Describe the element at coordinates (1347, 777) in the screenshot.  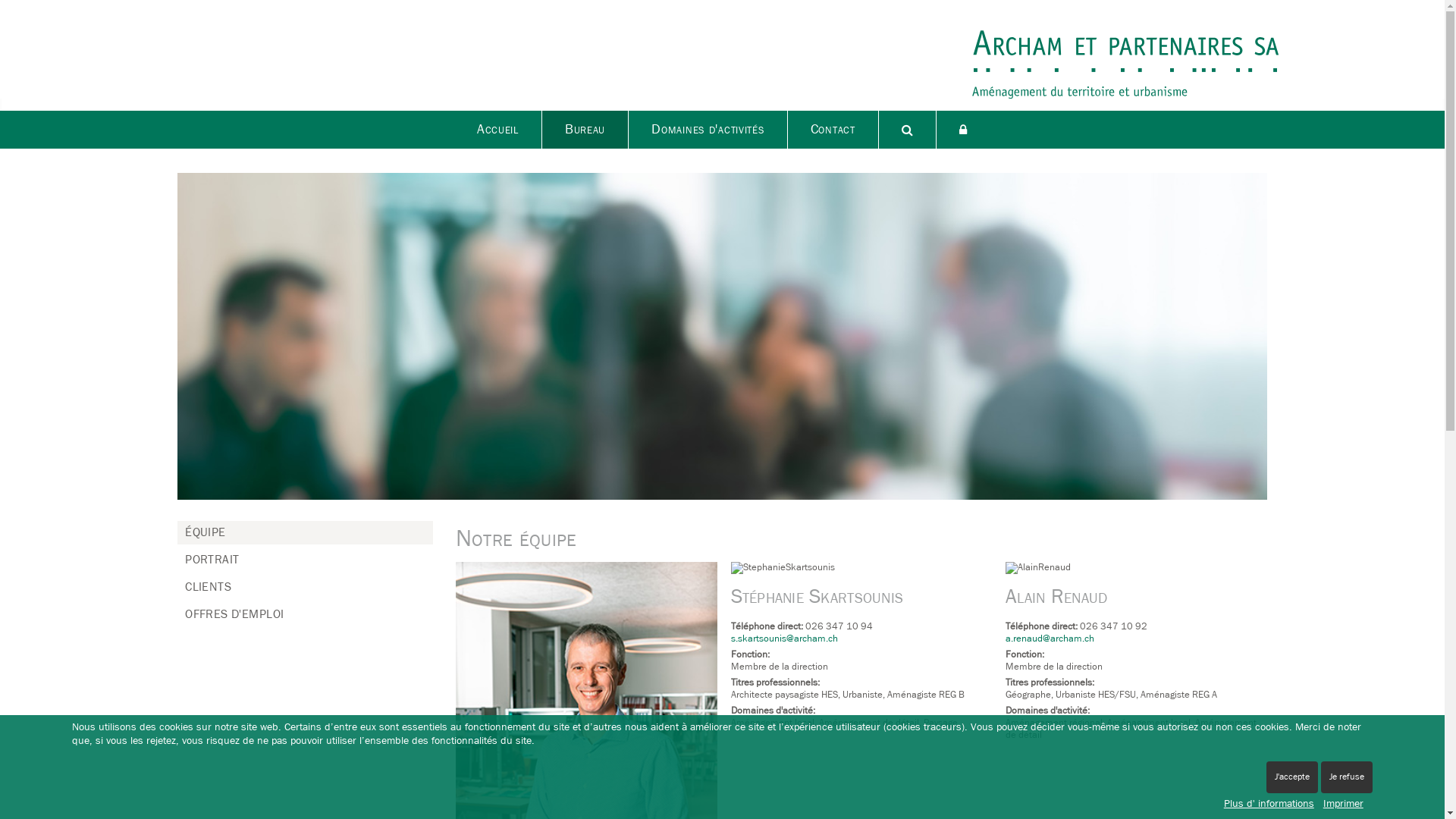
I see `'Je refuse'` at that location.